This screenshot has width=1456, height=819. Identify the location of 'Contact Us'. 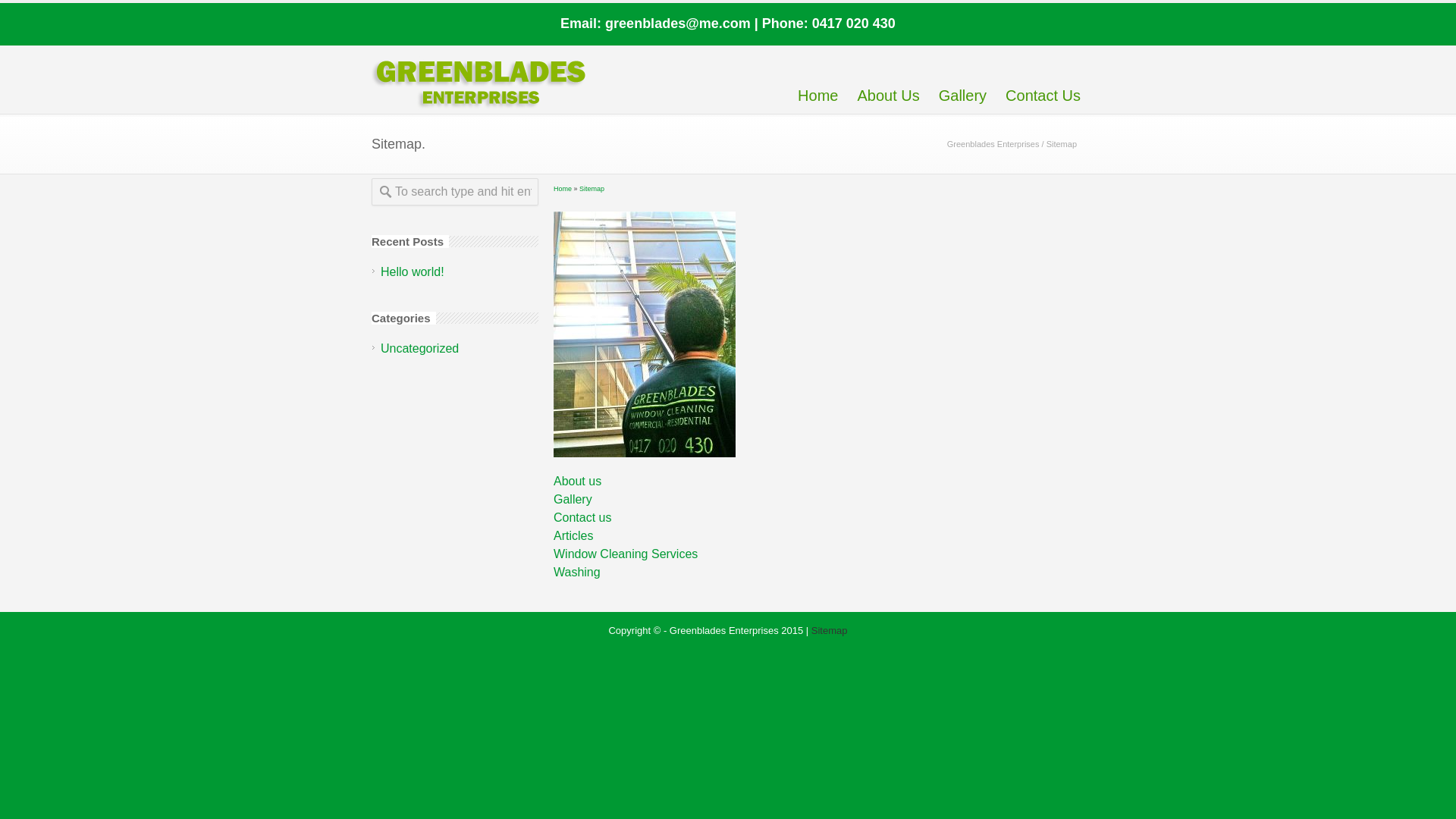
(1042, 78).